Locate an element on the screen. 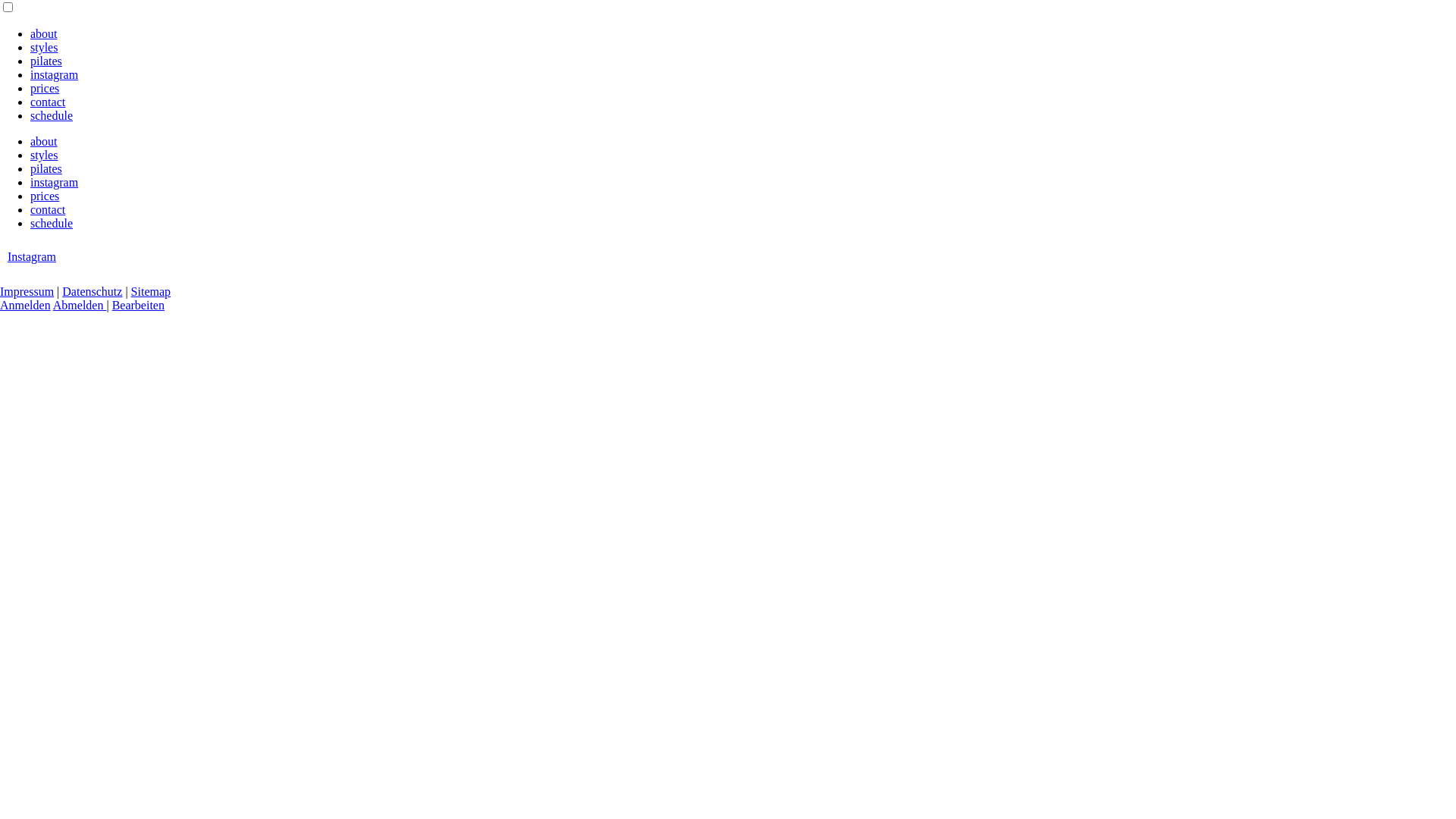  'Instagram' is located at coordinates (32, 256).